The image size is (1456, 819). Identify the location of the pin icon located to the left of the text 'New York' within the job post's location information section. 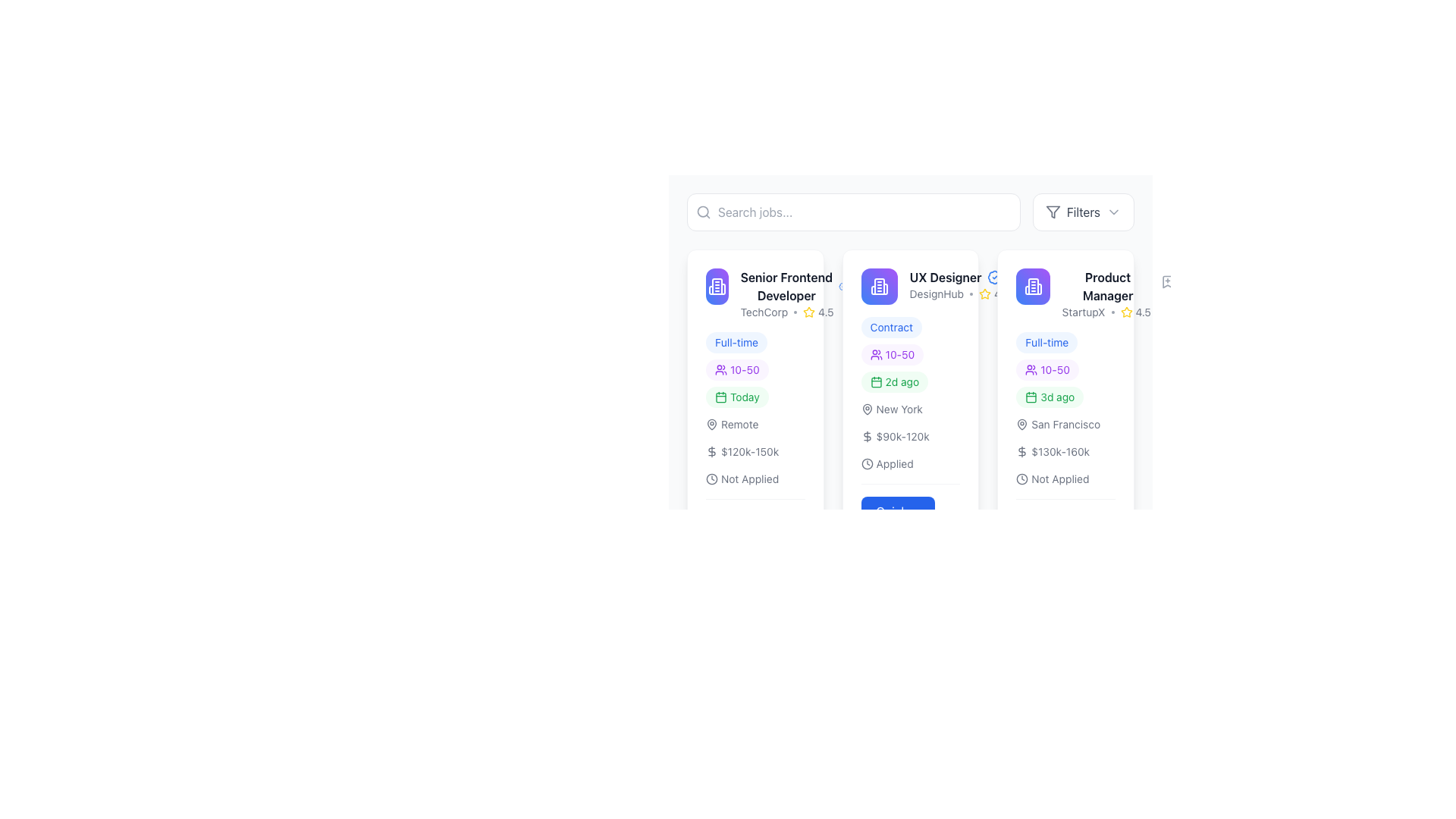
(867, 409).